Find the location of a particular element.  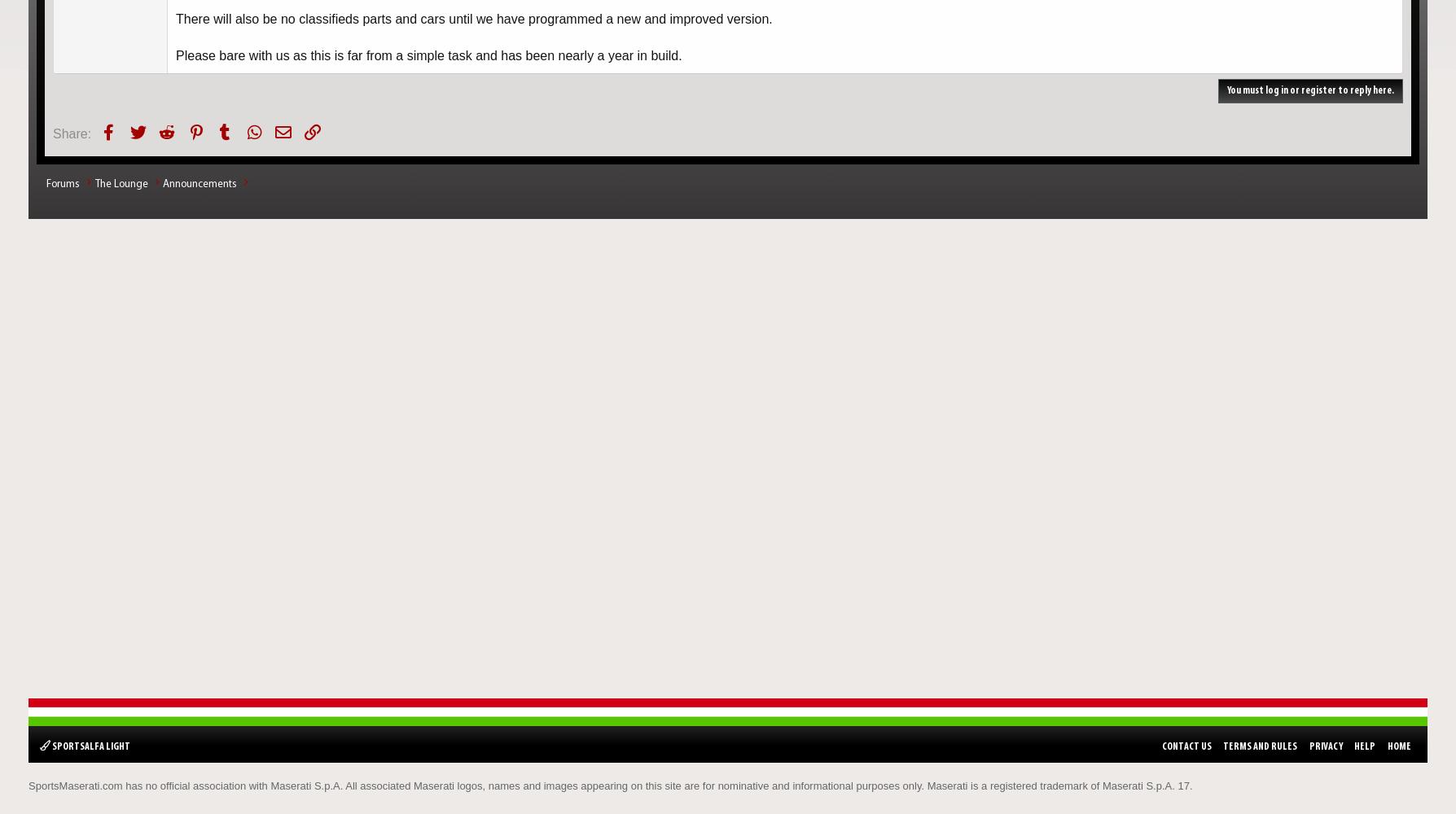

'Forums' is located at coordinates (63, 183).